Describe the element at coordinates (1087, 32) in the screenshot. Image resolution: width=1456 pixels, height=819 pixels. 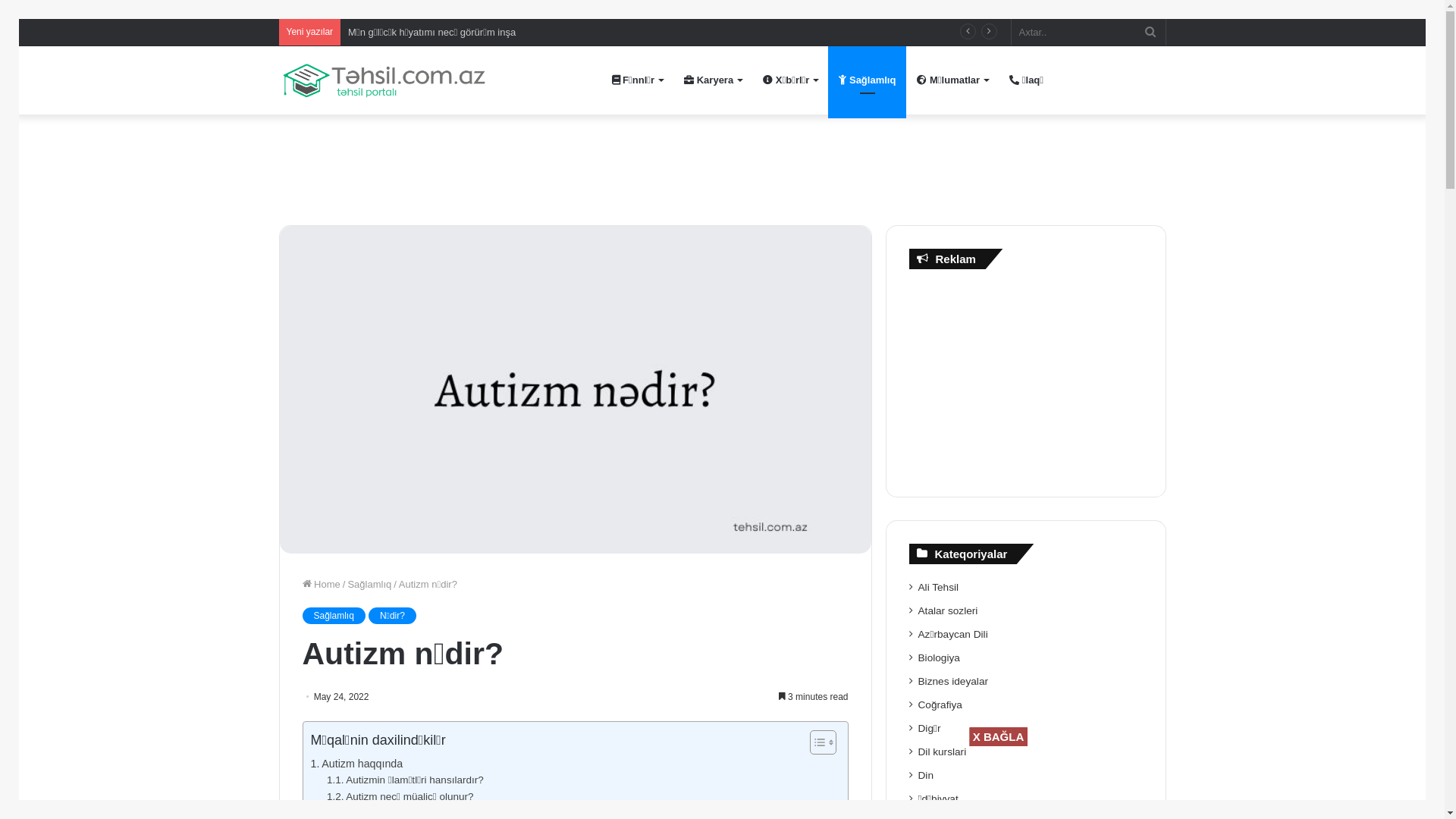
I see `'Axtar..'` at that location.